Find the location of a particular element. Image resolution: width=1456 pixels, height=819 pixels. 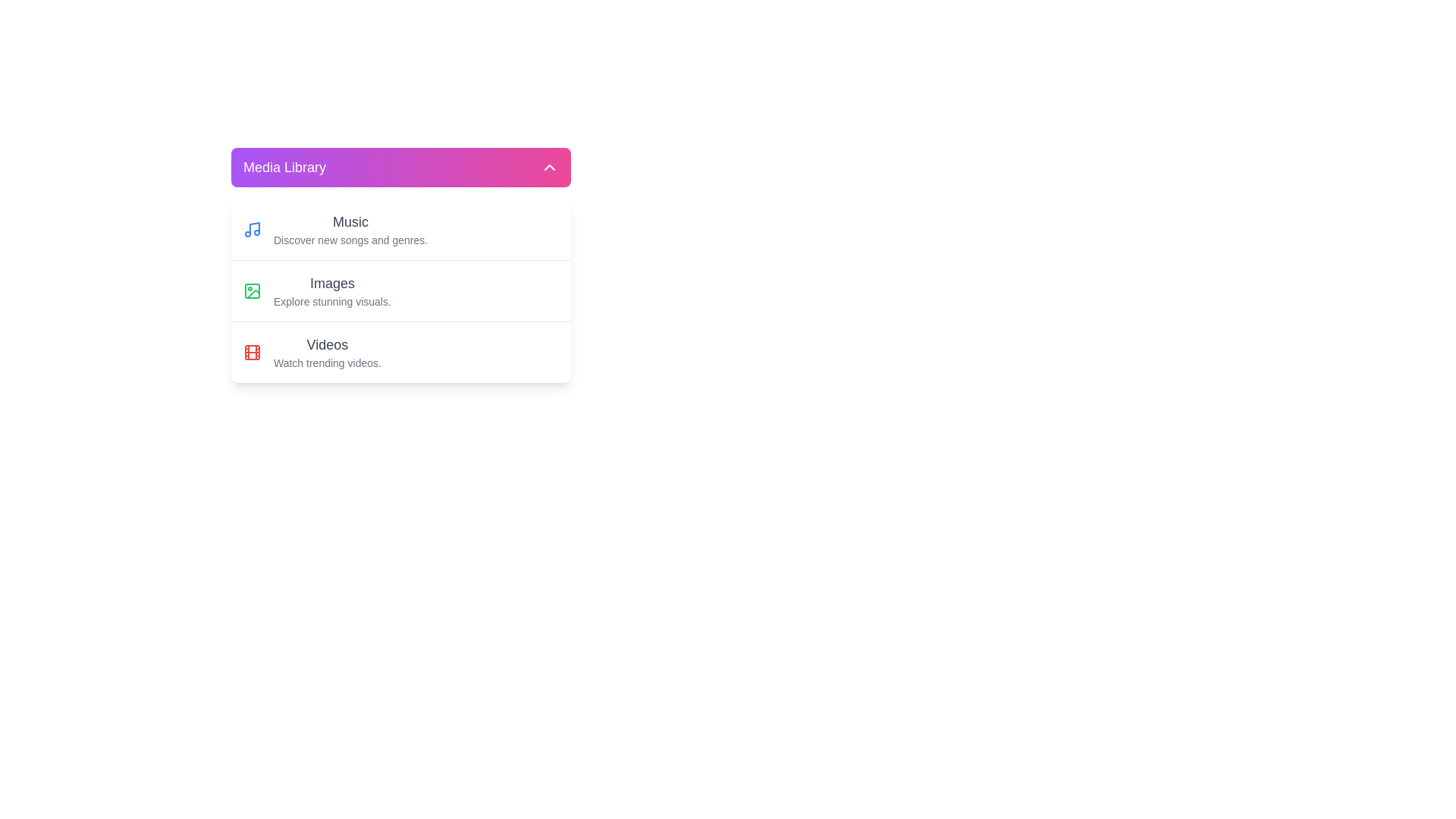

the 'Music' category icon located at the leftmost position in the 'Media Library' section is located at coordinates (252, 230).